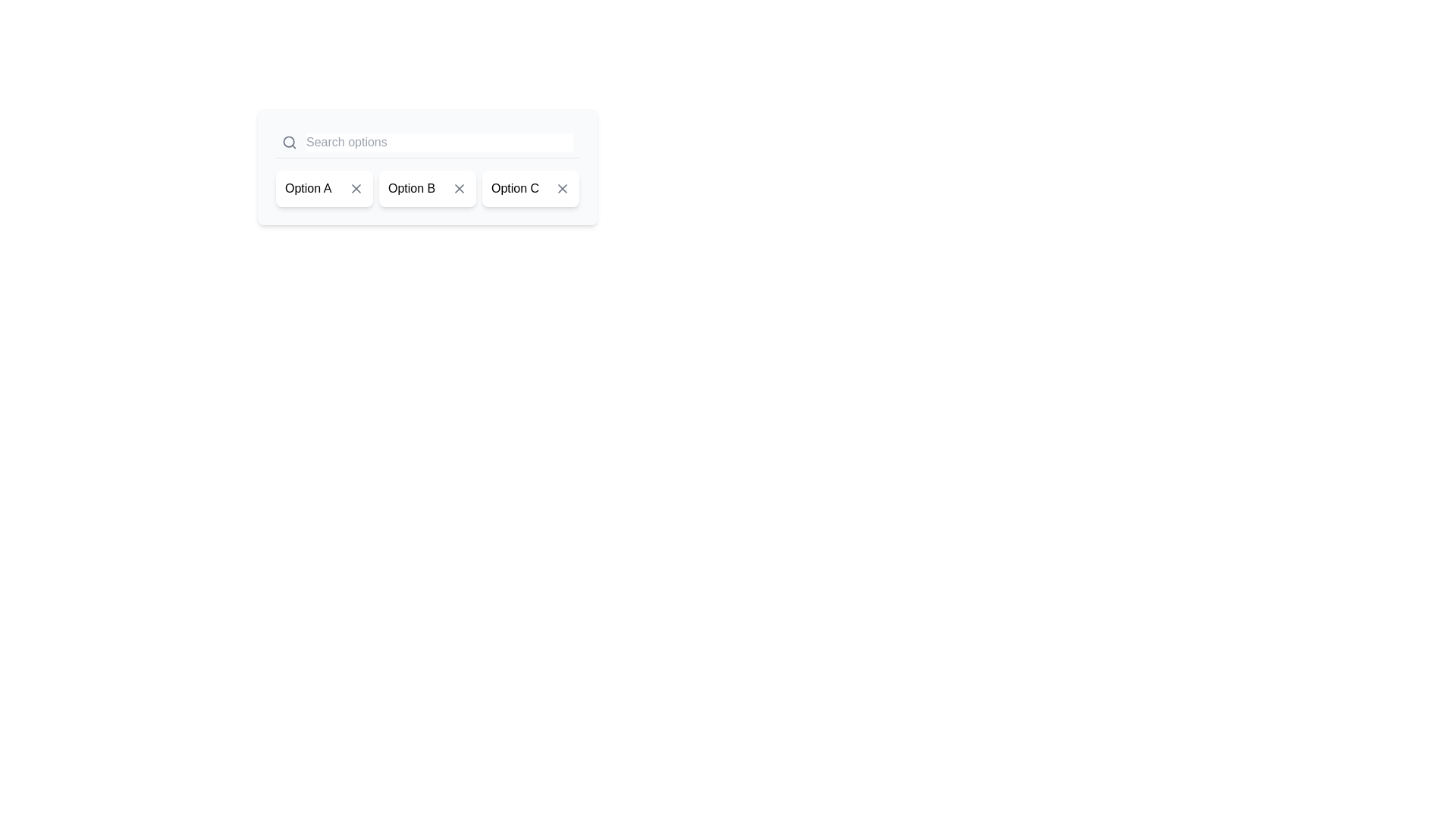 This screenshot has width=1456, height=819. Describe the element at coordinates (531, 188) in the screenshot. I see `the chip labeled Option C` at that location.